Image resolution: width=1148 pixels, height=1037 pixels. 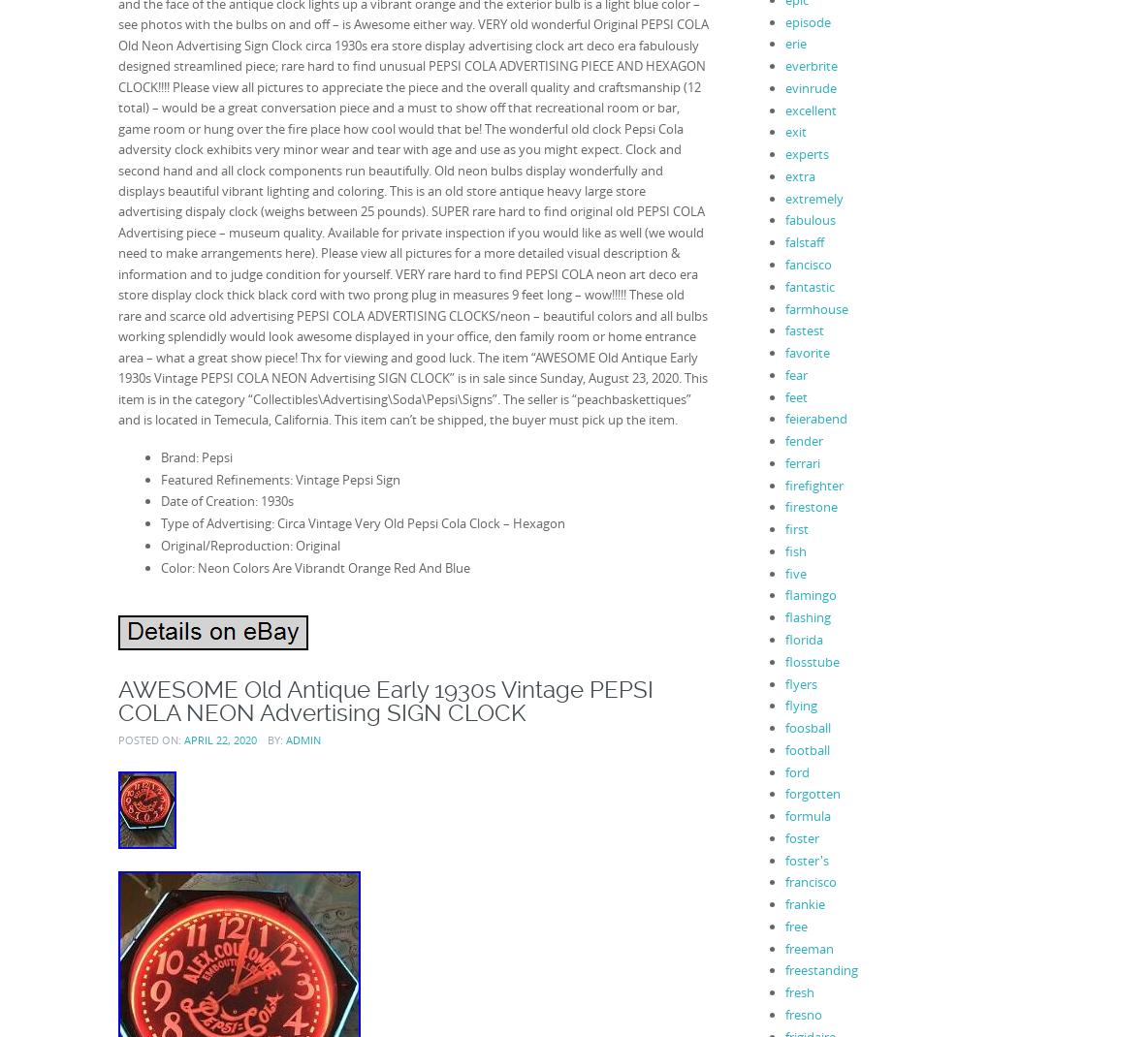 I want to click on 'episode', so click(x=807, y=20).